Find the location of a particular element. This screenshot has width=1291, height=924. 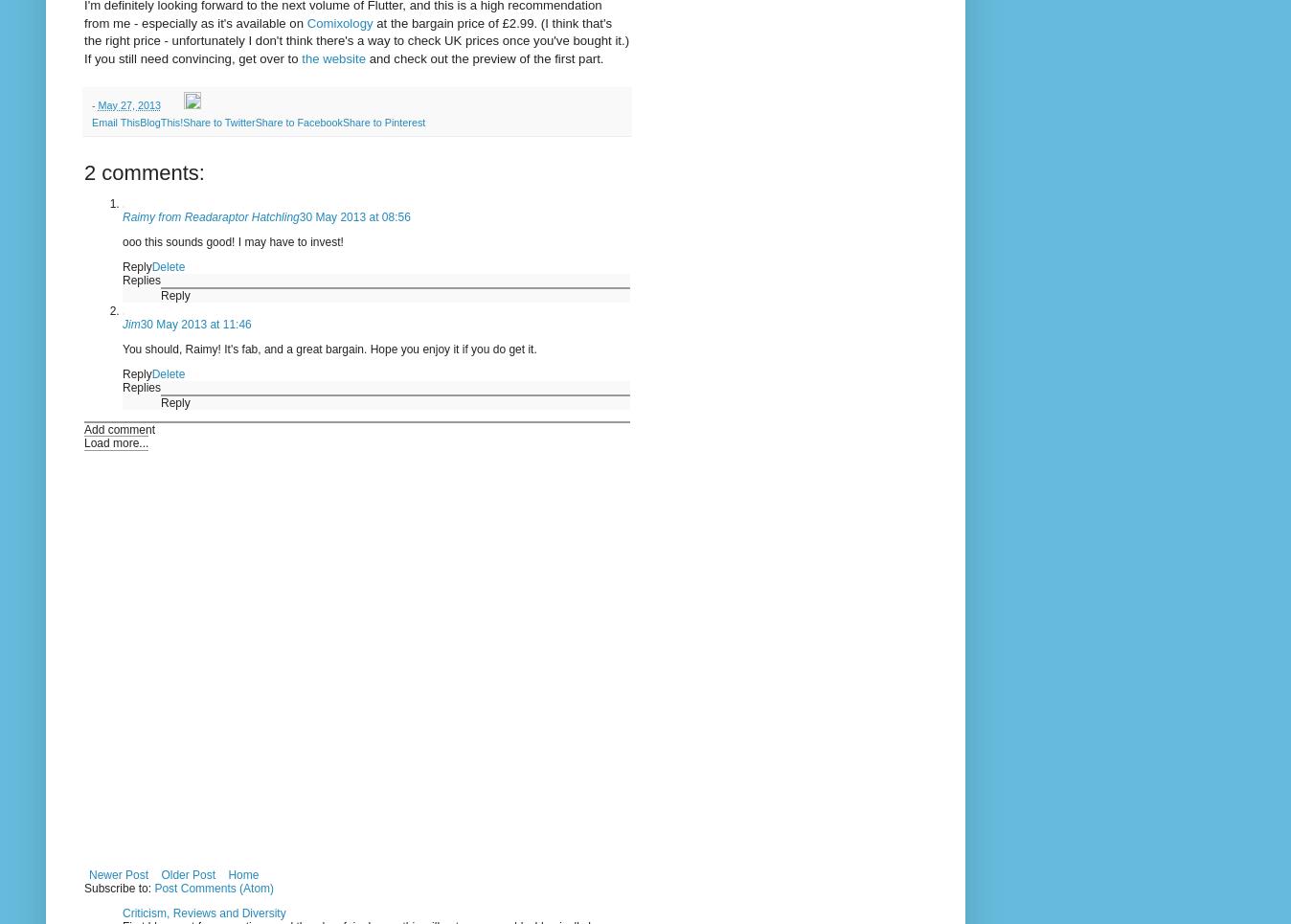

'30 May 2013 at 11:46' is located at coordinates (194, 325).